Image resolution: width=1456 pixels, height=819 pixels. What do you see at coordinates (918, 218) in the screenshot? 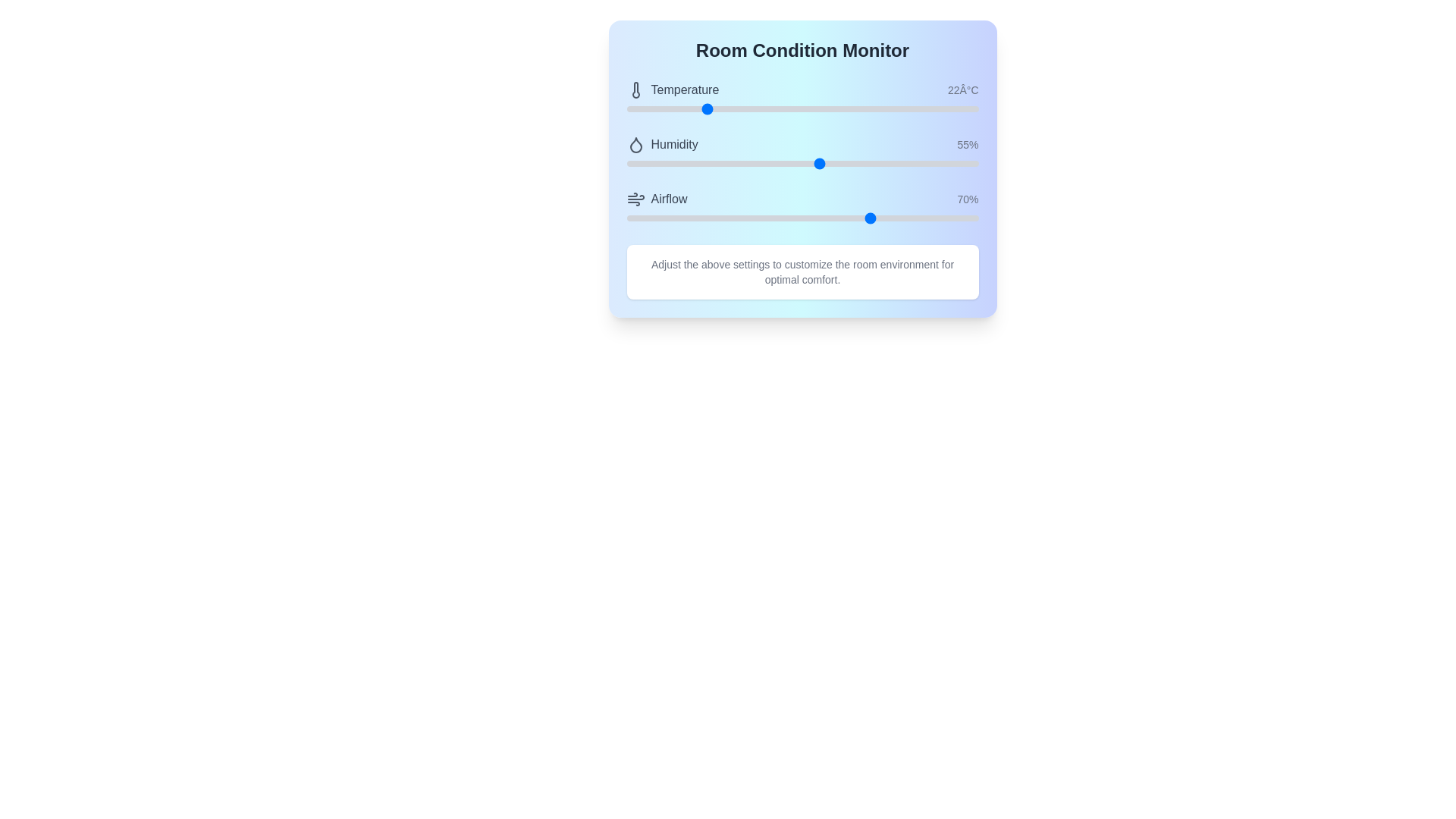
I see `airflow level` at bounding box center [918, 218].